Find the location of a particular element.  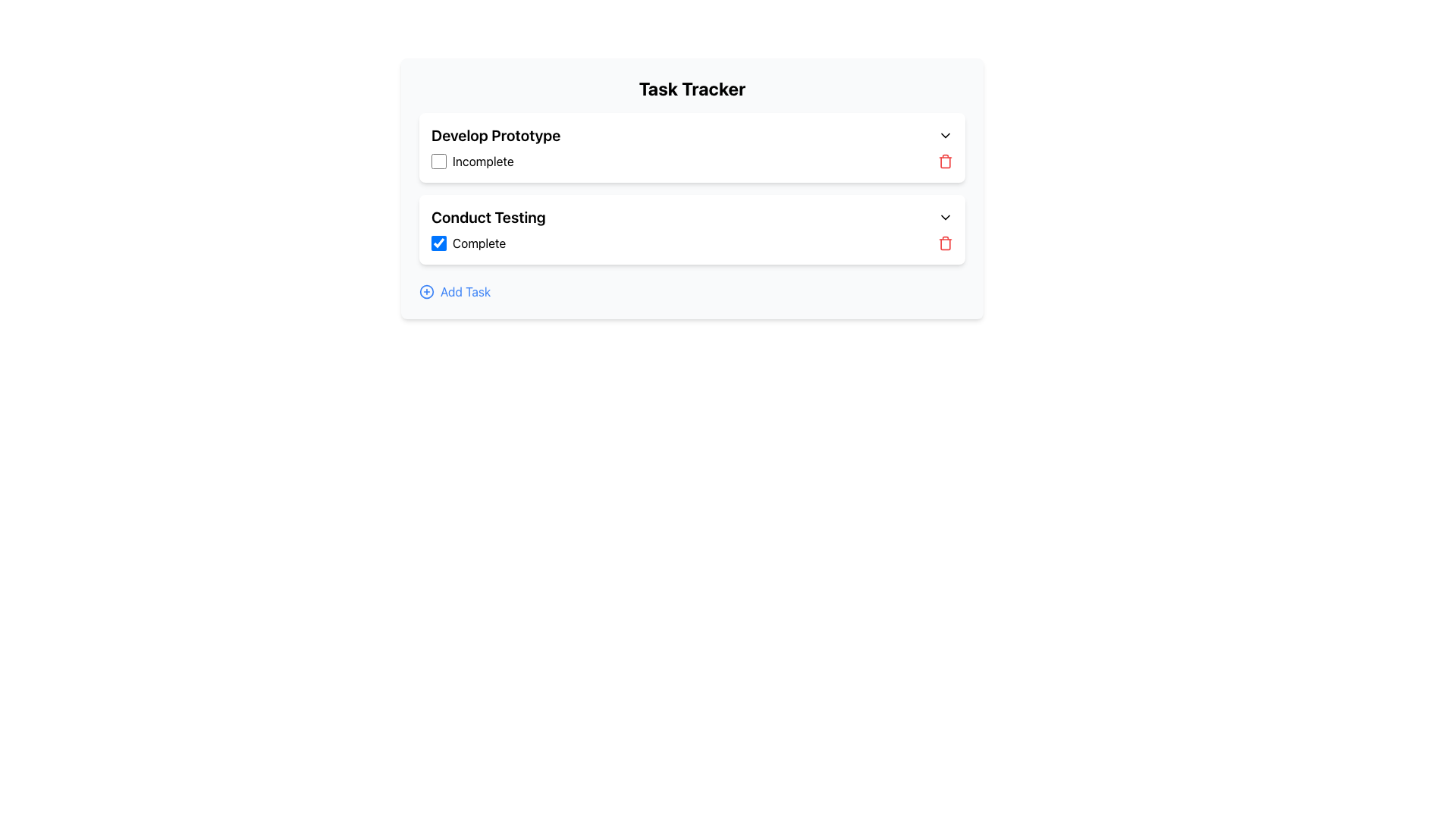

the plus sign icon inside a circle, located to the left of the 'Add Task' text is located at coordinates (425, 292).